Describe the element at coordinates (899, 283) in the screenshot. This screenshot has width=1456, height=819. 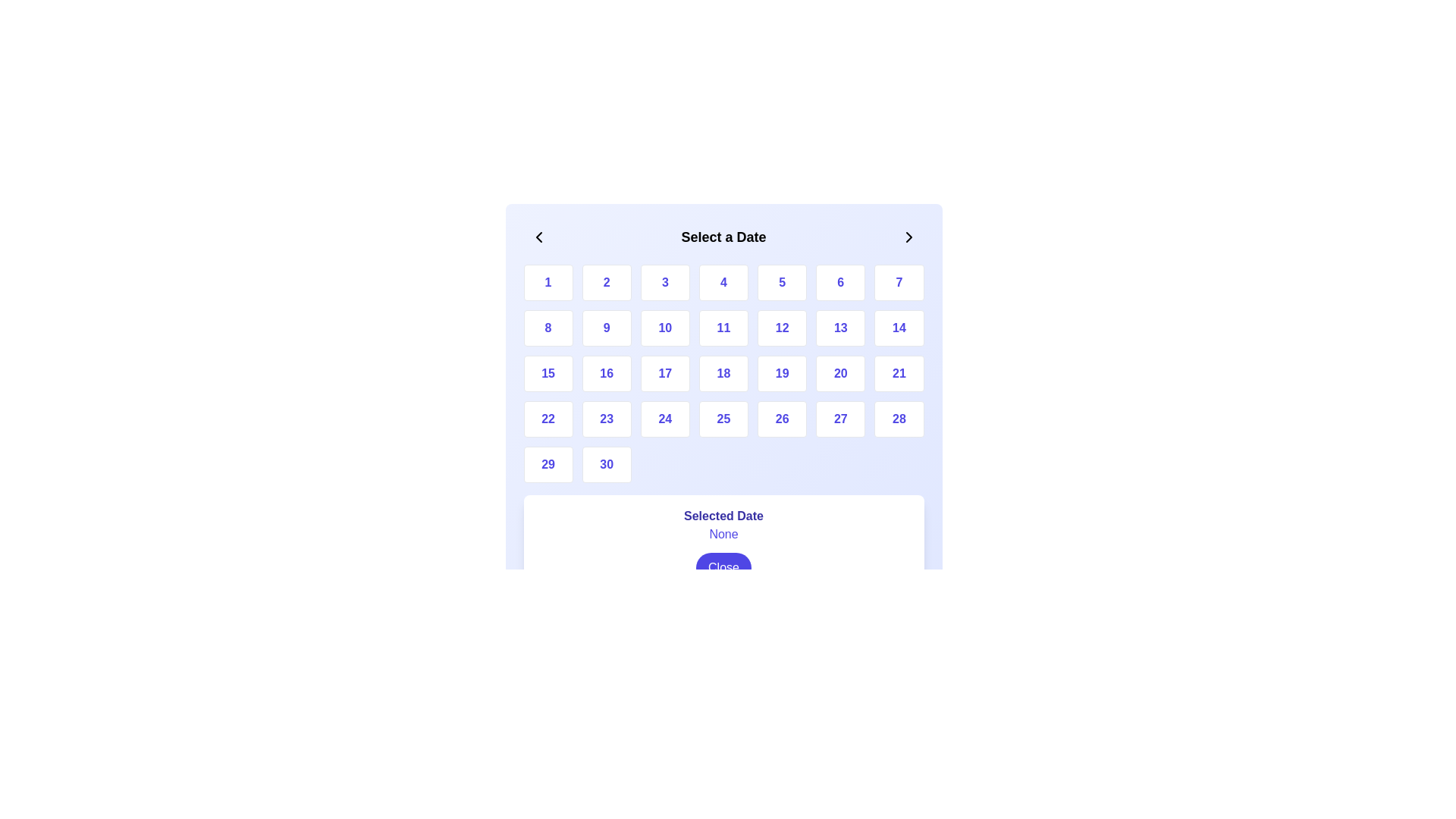
I see `the button labeled '7' located in the top-right corner of the grid` at that location.